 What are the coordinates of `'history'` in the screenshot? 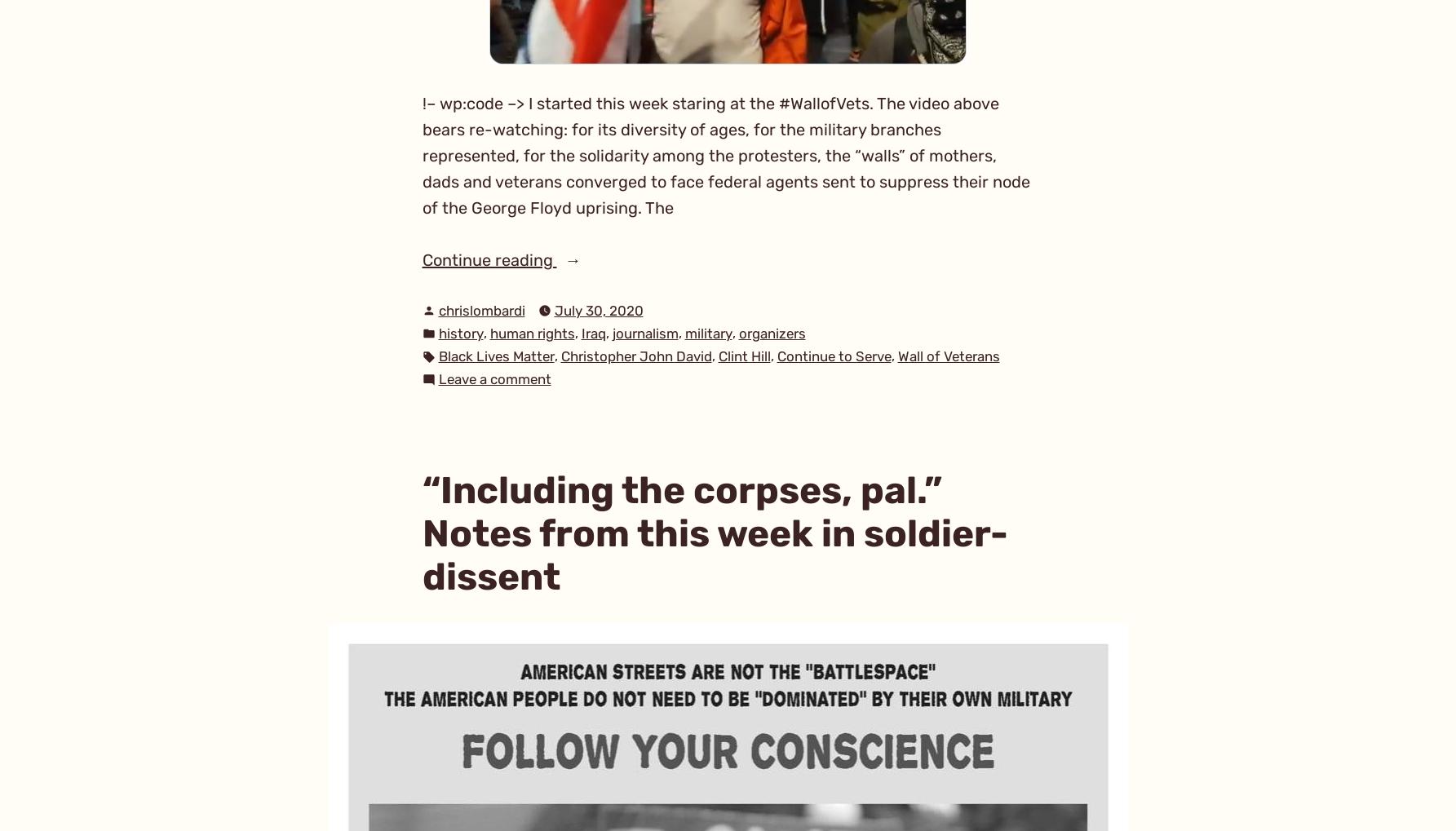 It's located at (460, 332).